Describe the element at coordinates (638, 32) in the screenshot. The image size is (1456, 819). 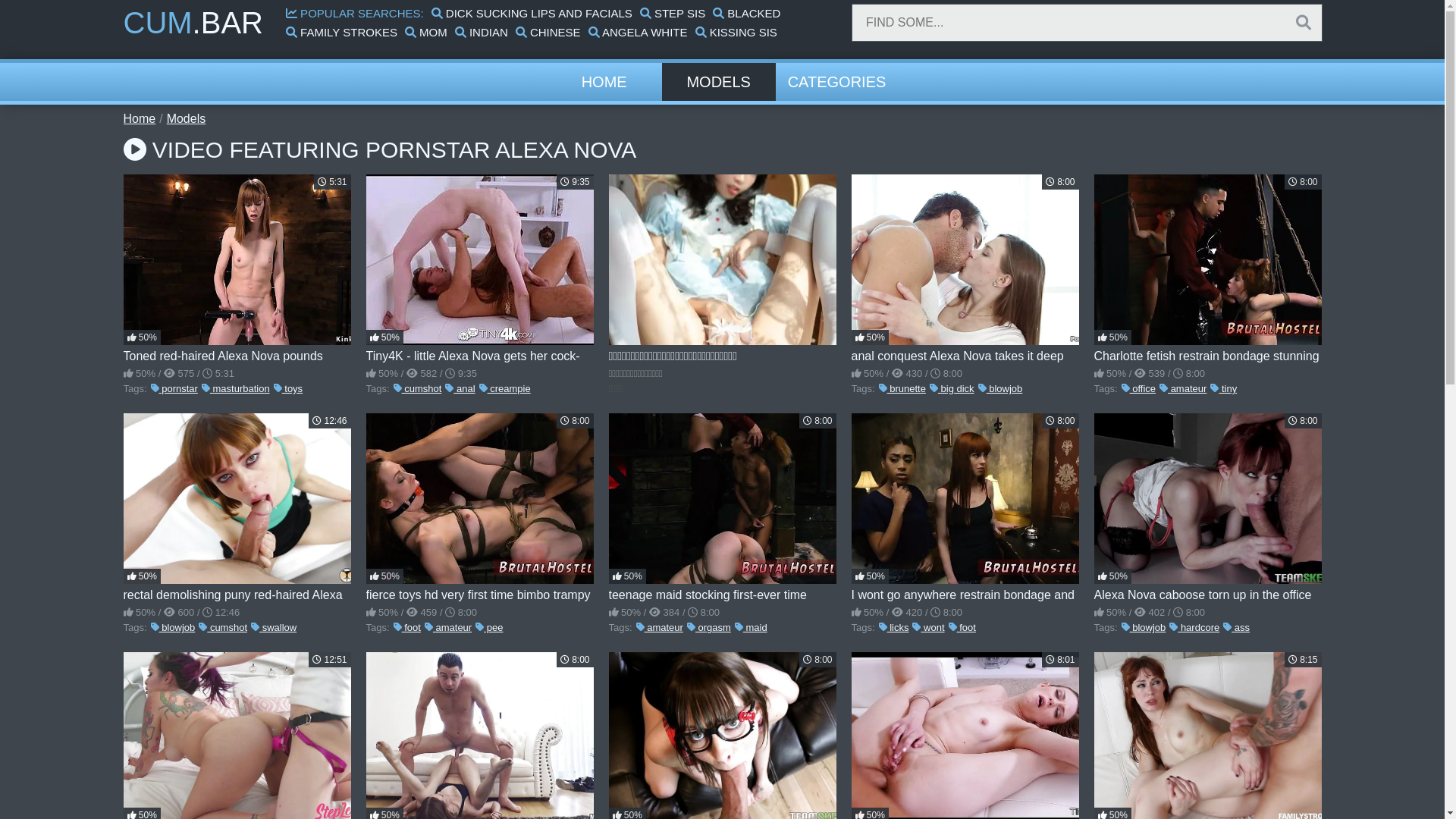
I see `'ANGELA WHITE'` at that location.